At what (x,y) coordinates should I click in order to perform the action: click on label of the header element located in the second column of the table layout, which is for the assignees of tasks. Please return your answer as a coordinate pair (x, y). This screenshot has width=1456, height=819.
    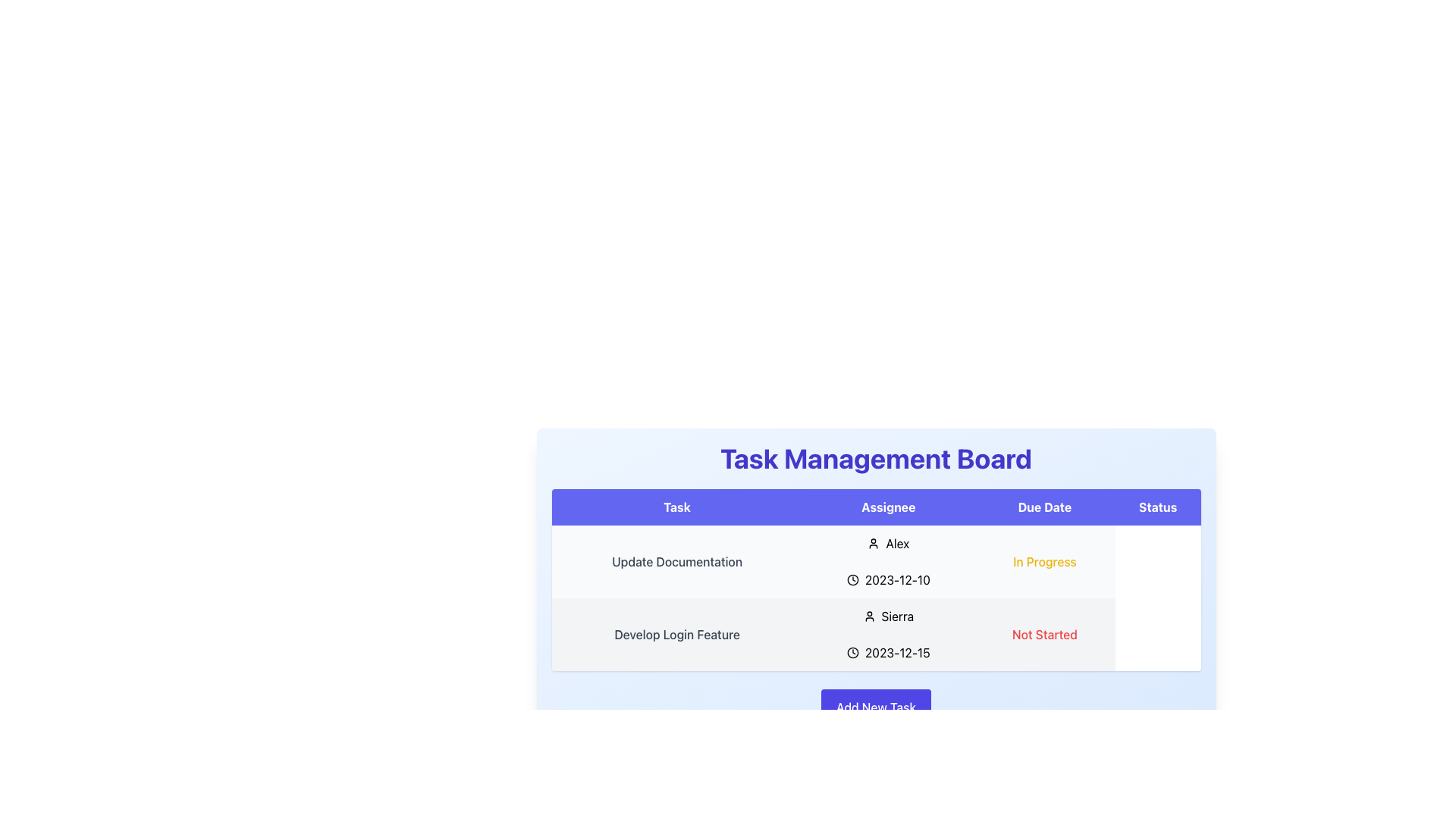
    Looking at the image, I should click on (888, 507).